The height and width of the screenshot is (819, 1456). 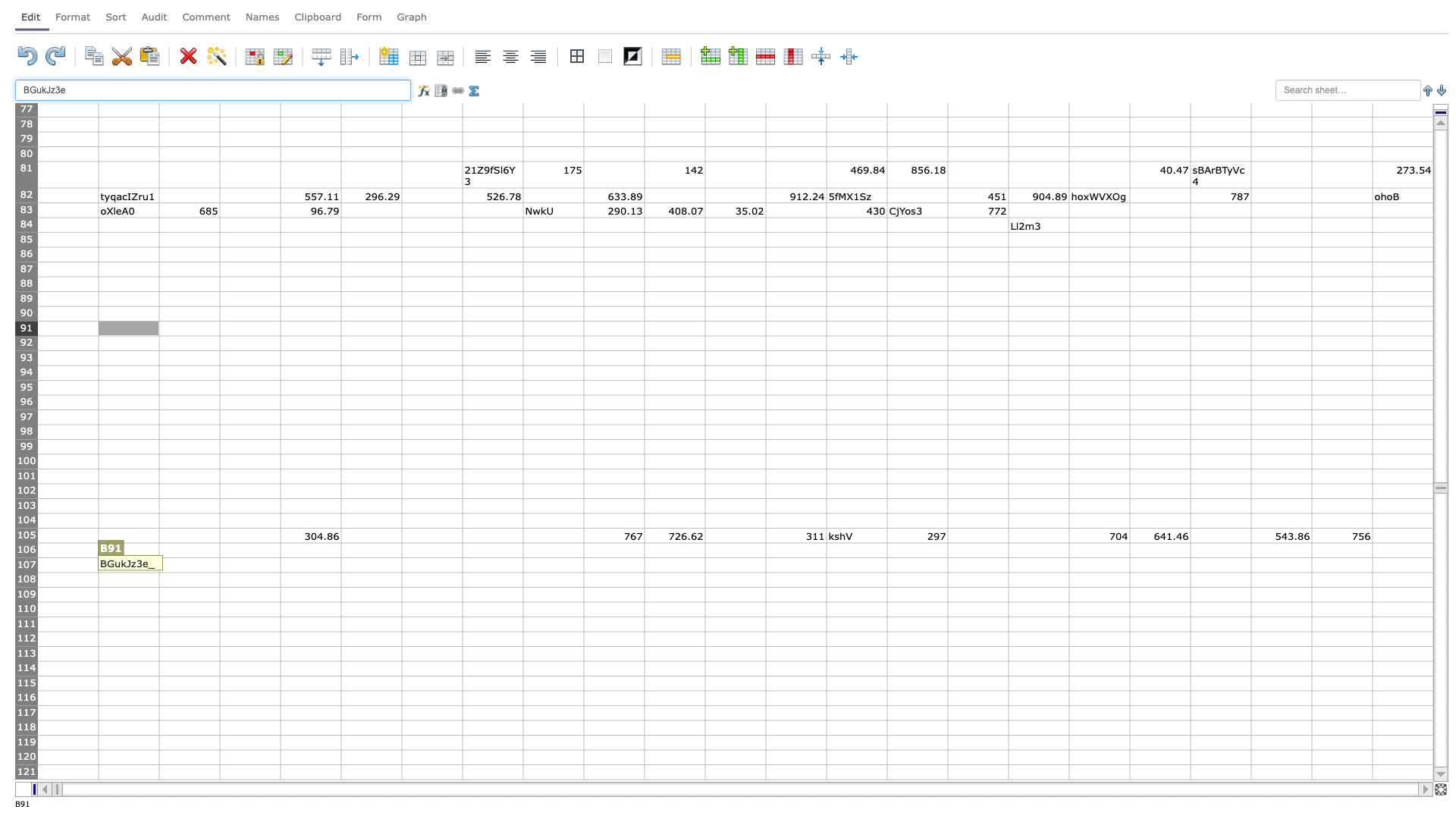 I want to click on Right edge of F-107, so click(x=401, y=565).